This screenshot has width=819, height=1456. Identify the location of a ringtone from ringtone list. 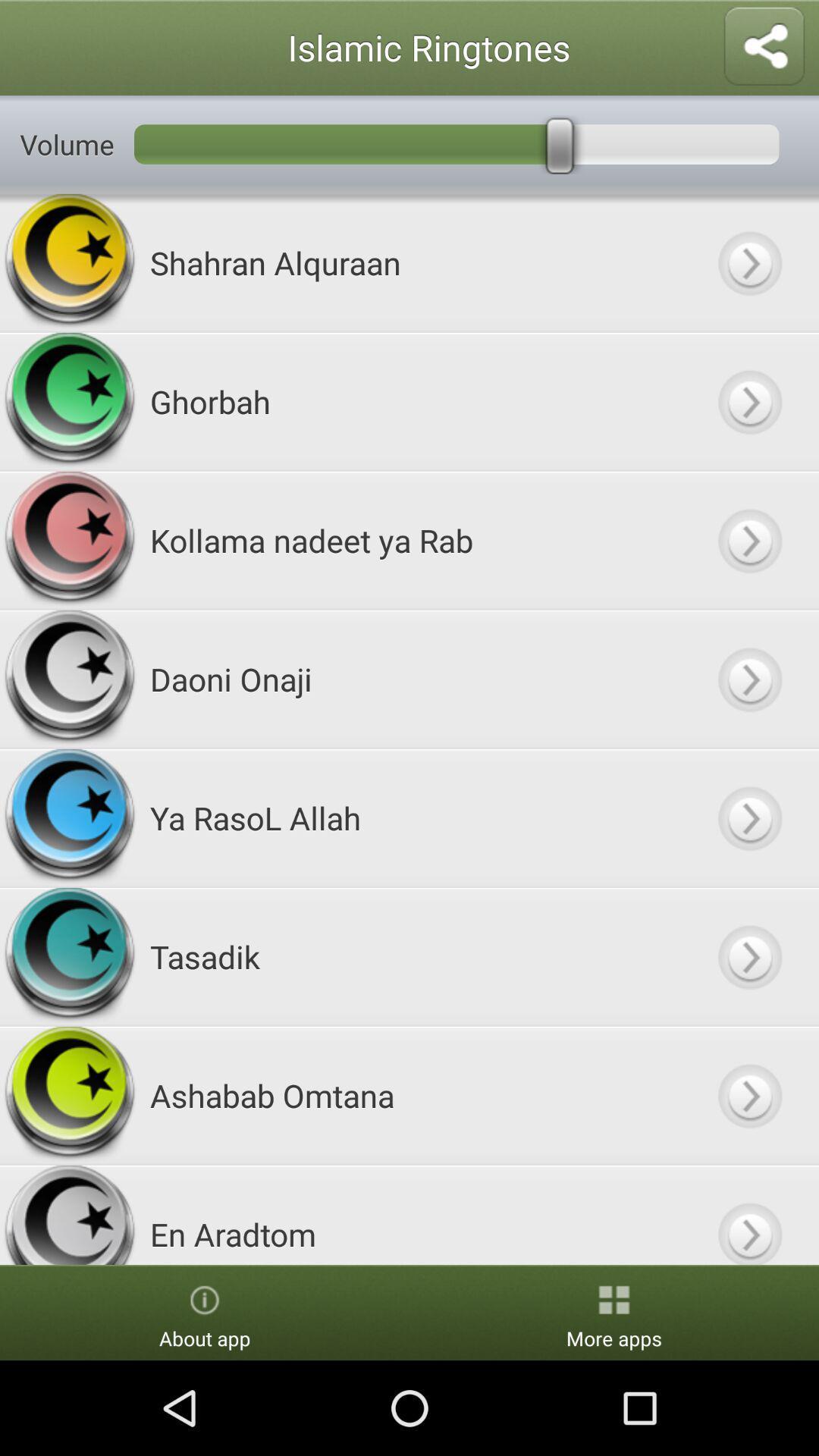
(748, 401).